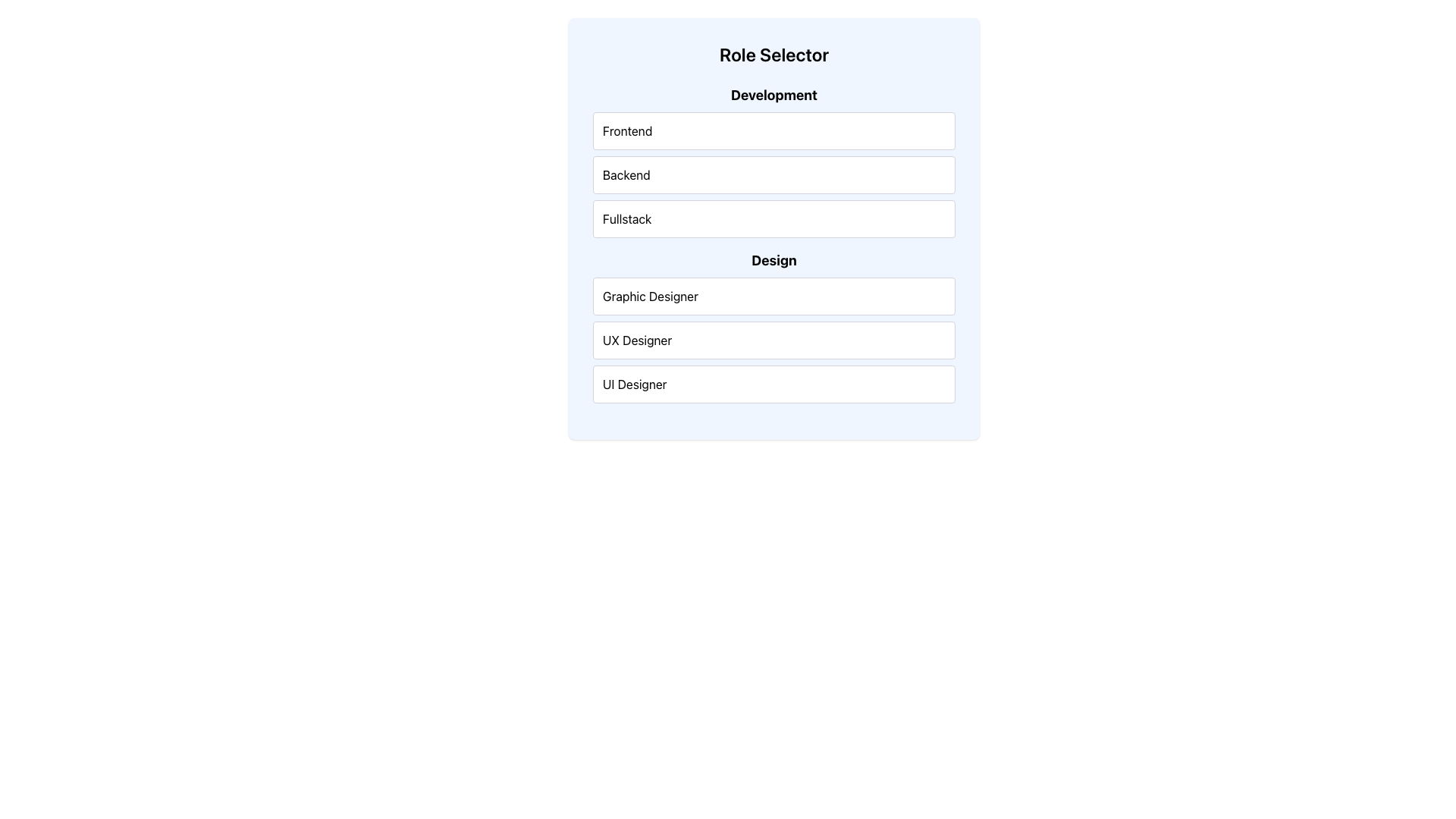 The image size is (1456, 819). What do you see at coordinates (650, 296) in the screenshot?
I see `the 'Graphic Designer' text label in the fourth interactive box under the 'Design' category of the 'Role Selector' interface` at bounding box center [650, 296].